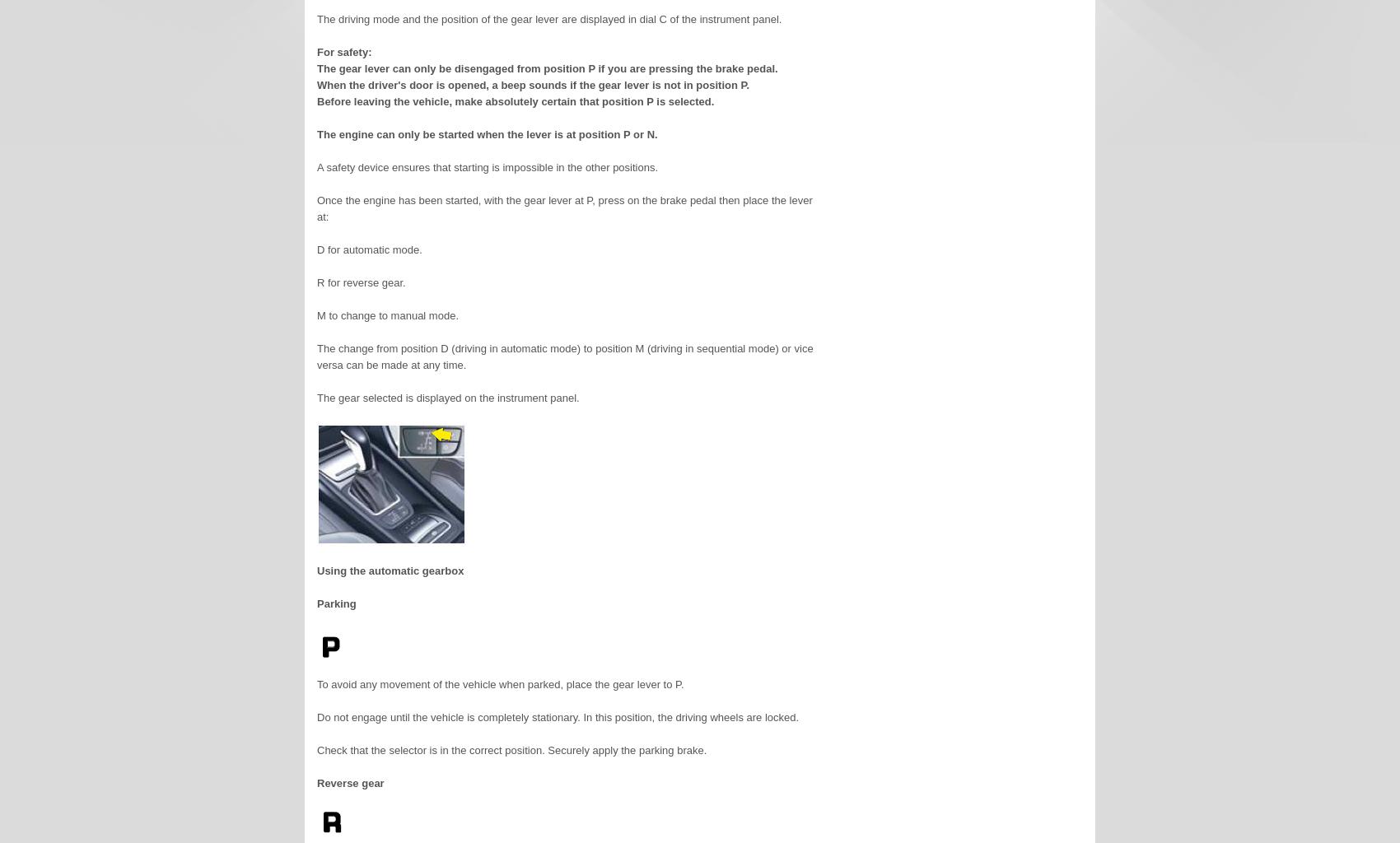 The width and height of the screenshot is (1400, 843). Describe the element at coordinates (390, 571) in the screenshot. I see `'Using the automatic gearbox'` at that location.